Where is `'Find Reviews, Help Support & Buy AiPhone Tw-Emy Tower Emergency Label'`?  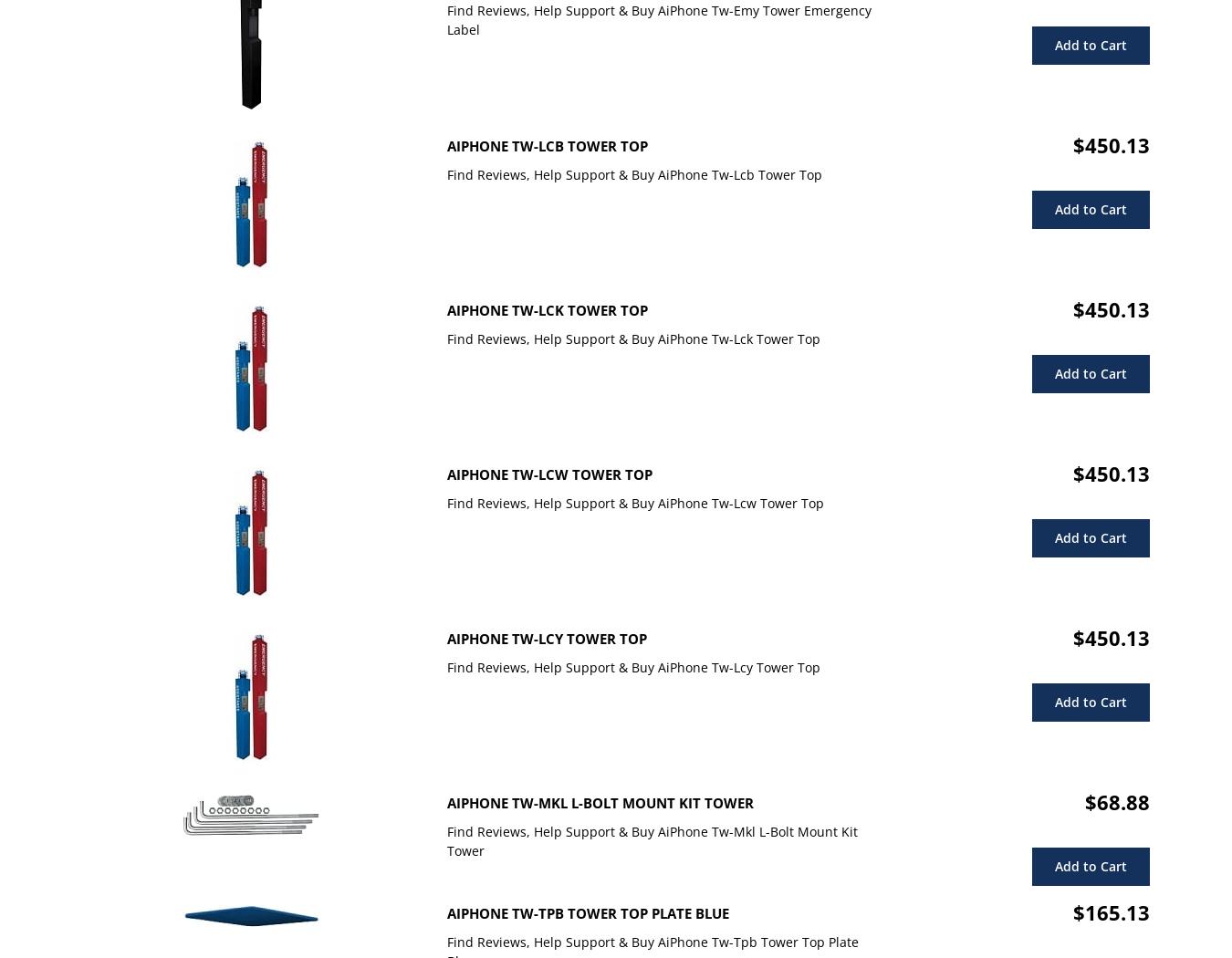 'Find Reviews, Help Support & Buy AiPhone Tw-Emy Tower Emergency Label' is located at coordinates (658, 20).